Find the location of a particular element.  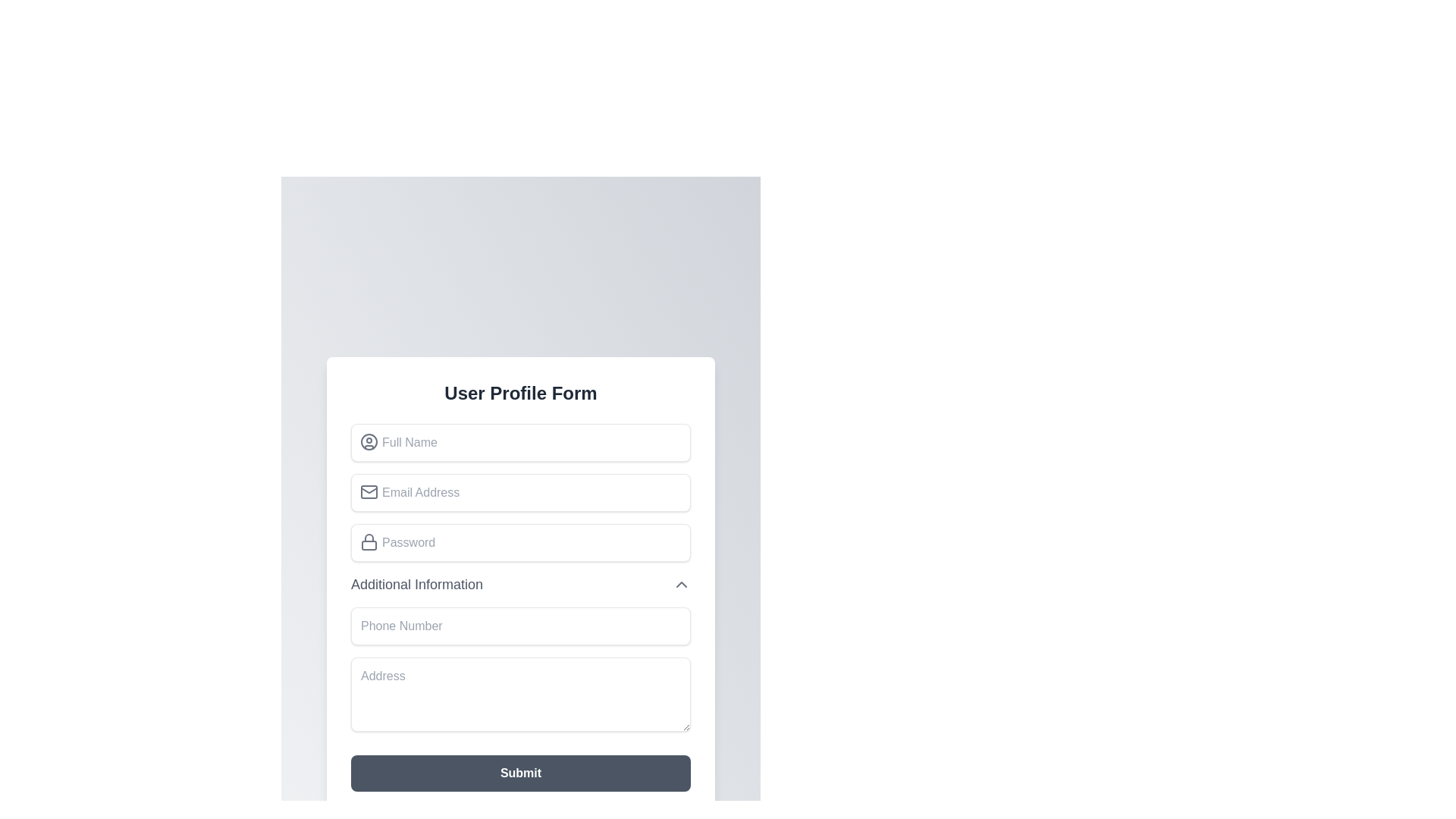

the static text label displaying 'Additional Information', which is styled with medium font weight and light gray color, located above a button and icon in the lower half of the form under the 'Password' field is located at coordinates (417, 583).